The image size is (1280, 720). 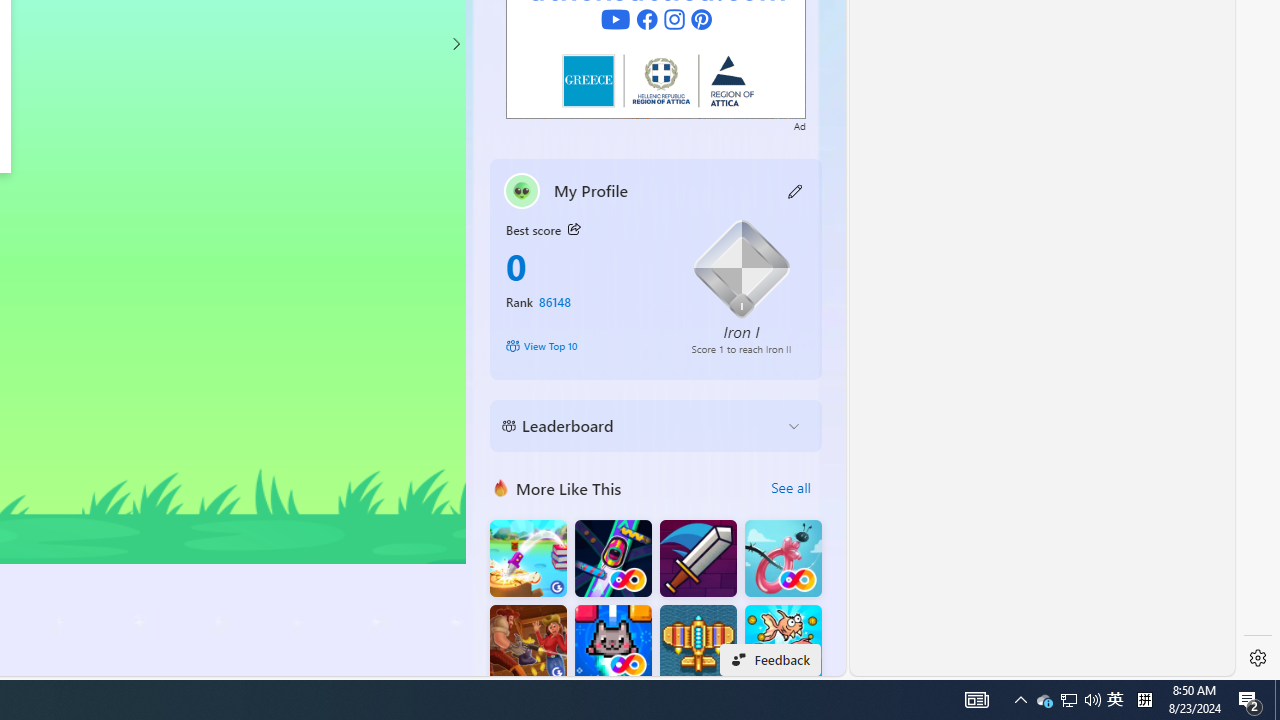 What do you see at coordinates (790, 488) in the screenshot?
I see `'See all'` at bounding box center [790, 488].